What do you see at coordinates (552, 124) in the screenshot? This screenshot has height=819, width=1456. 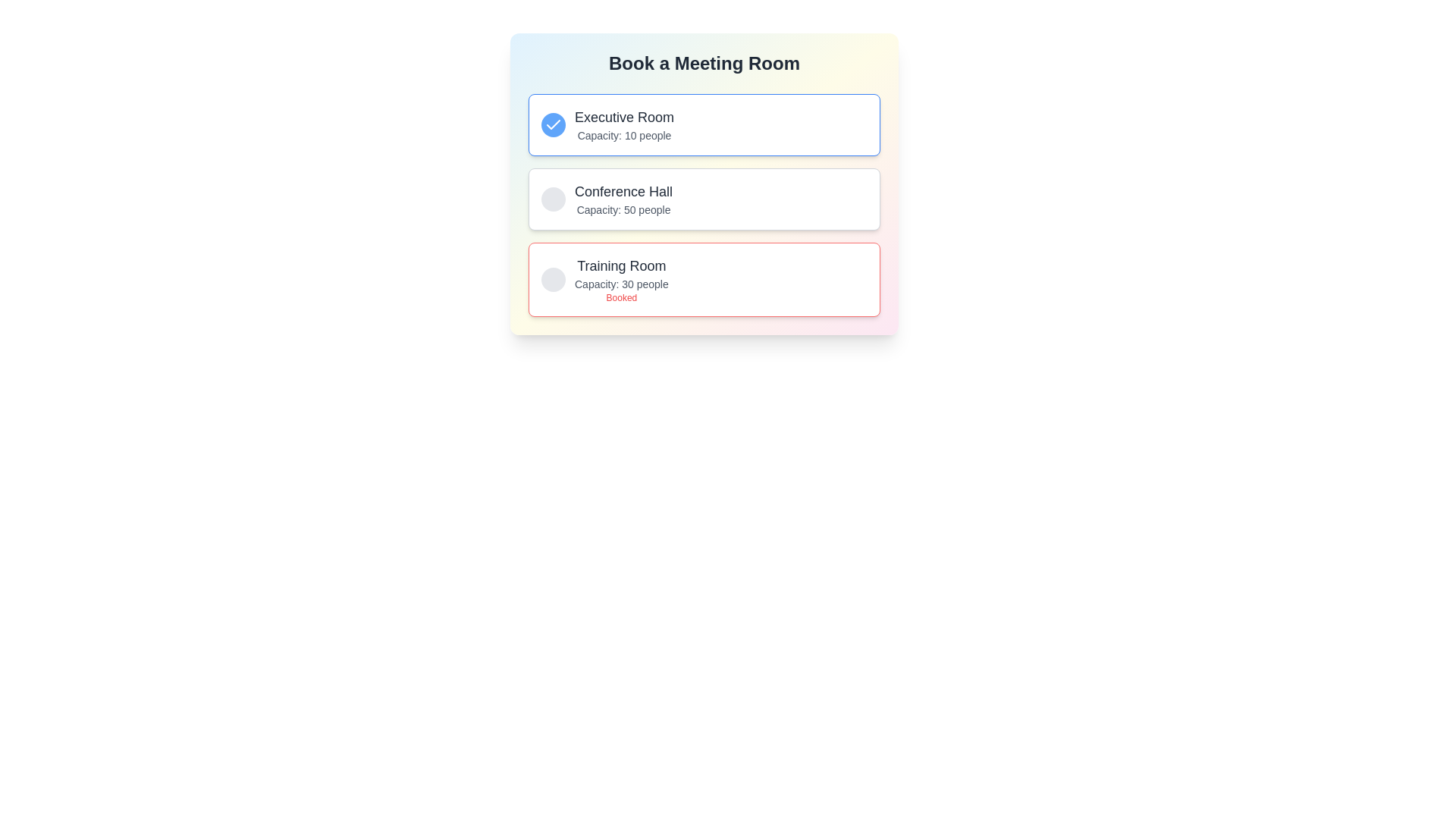 I see `the Checkmark Icon located inside the 'Executive Room' box, which indicates that the room is selected or available` at bounding box center [552, 124].